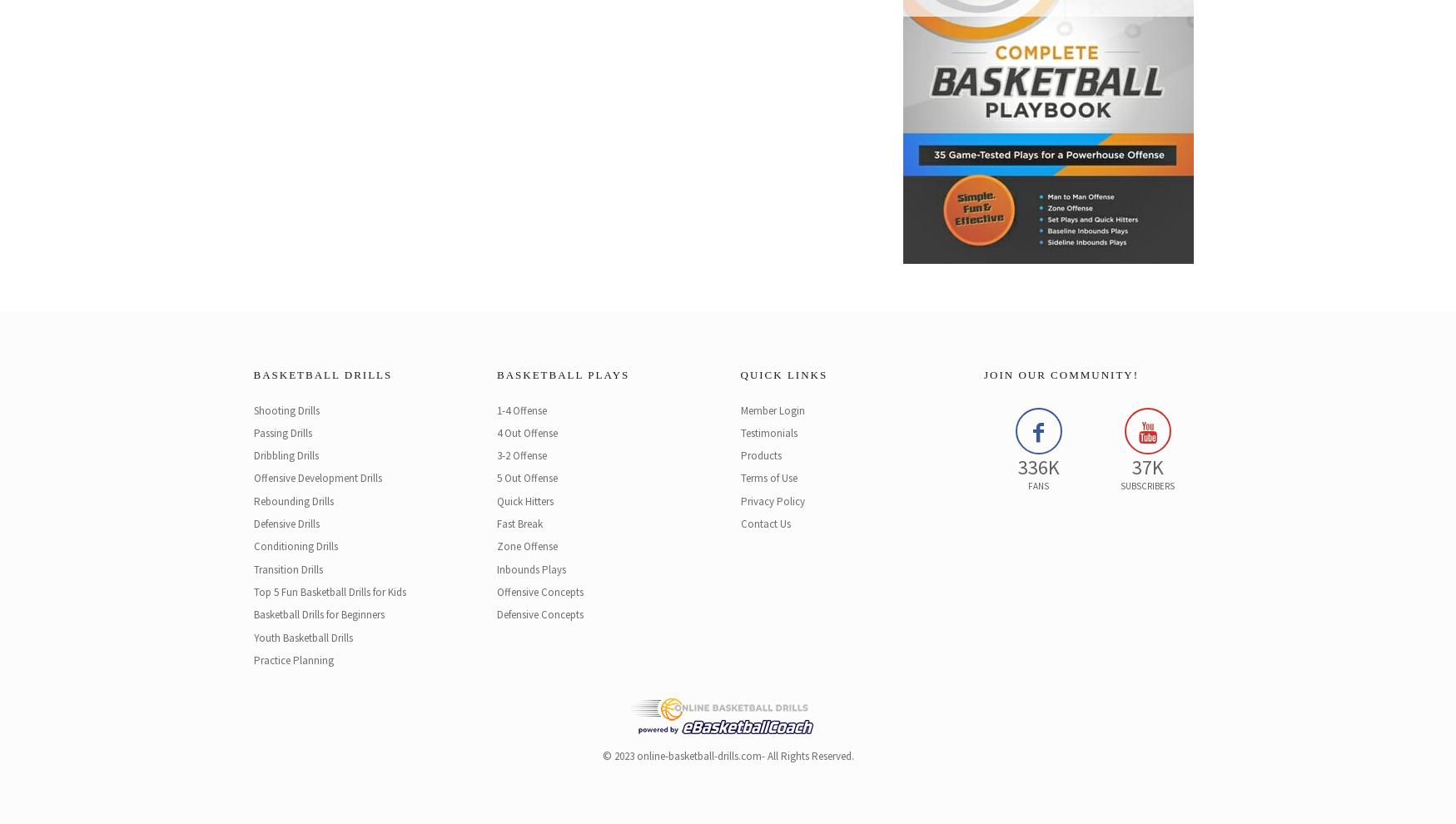 Image resolution: width=1456 pixels, height=824 pixels. Describe the element at coordinates (286, 410) in the screenshot. I see `'Shooting Drills'` at that location.